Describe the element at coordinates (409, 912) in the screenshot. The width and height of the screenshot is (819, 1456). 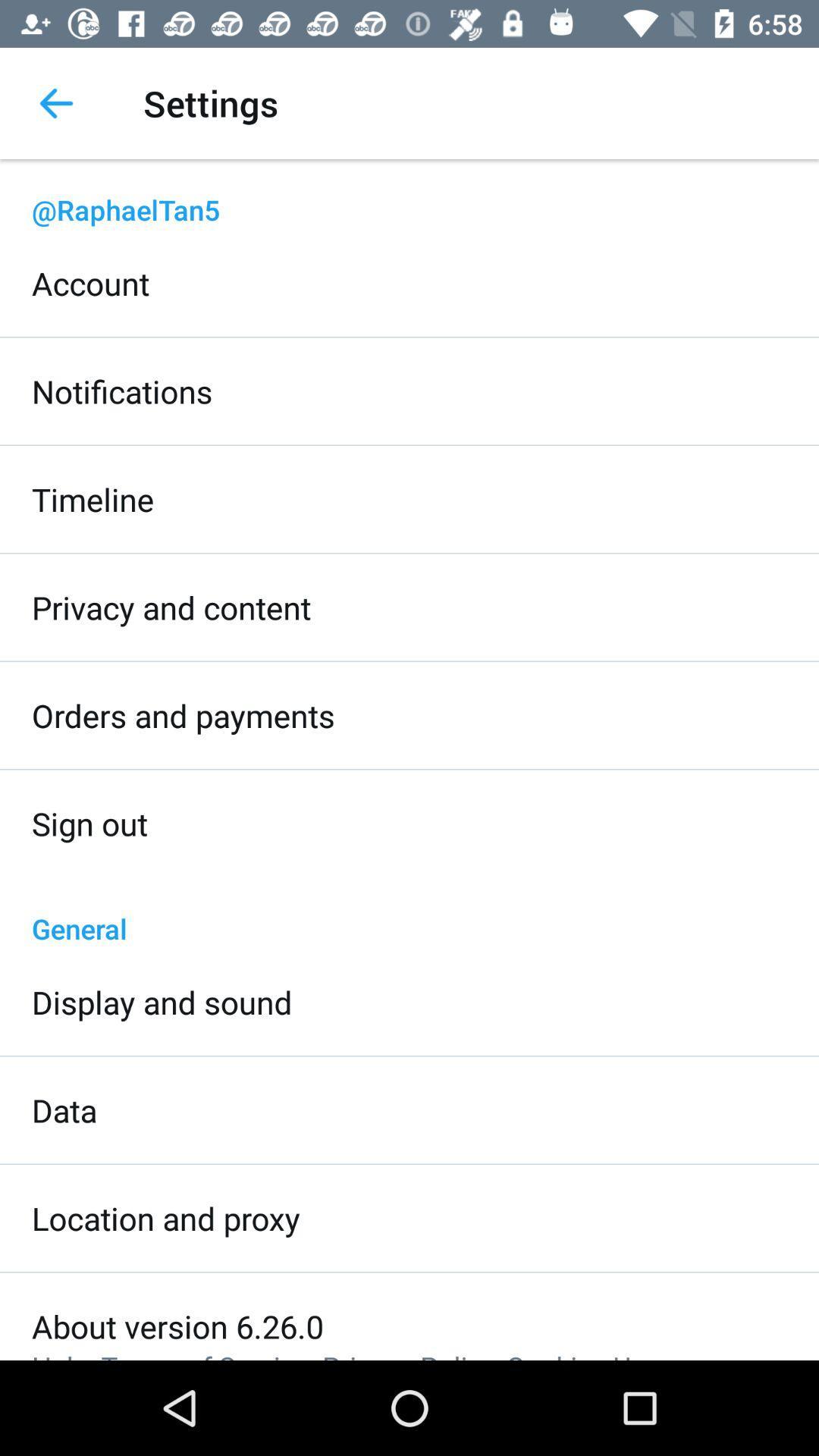
I see `the item at the center` at that location.